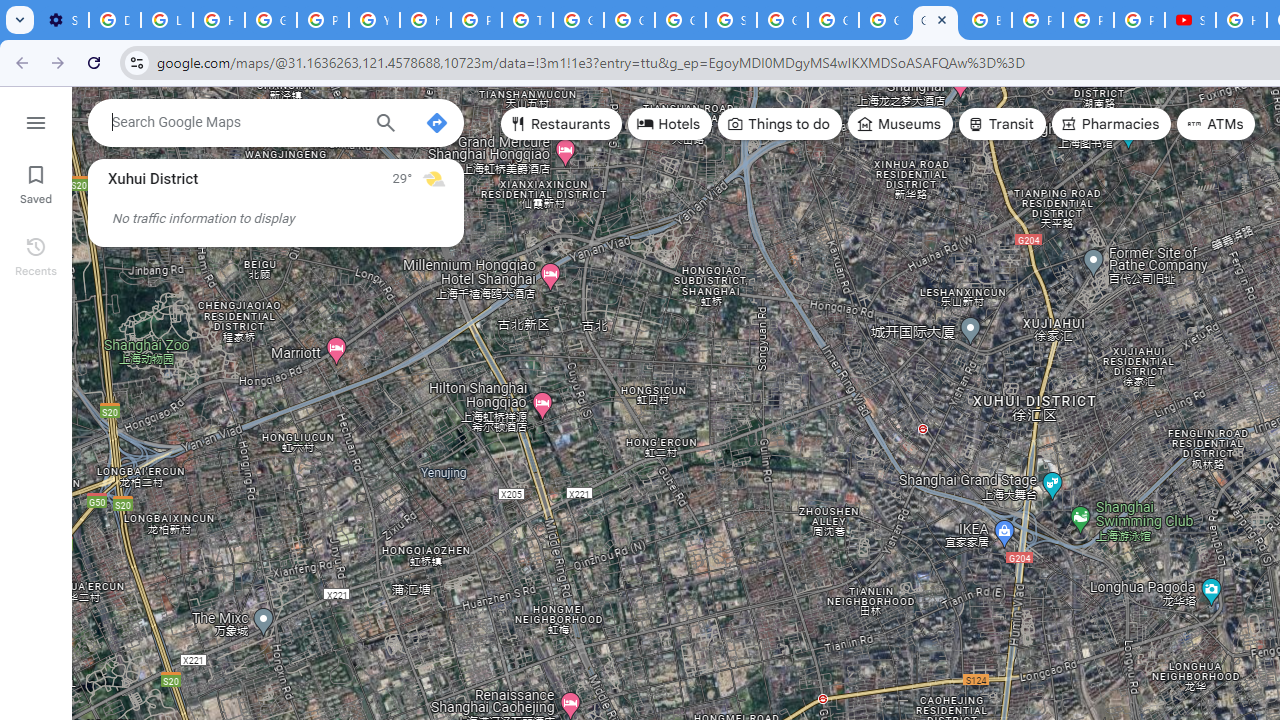  I want to click on 'Hotels', so click(670, 124).